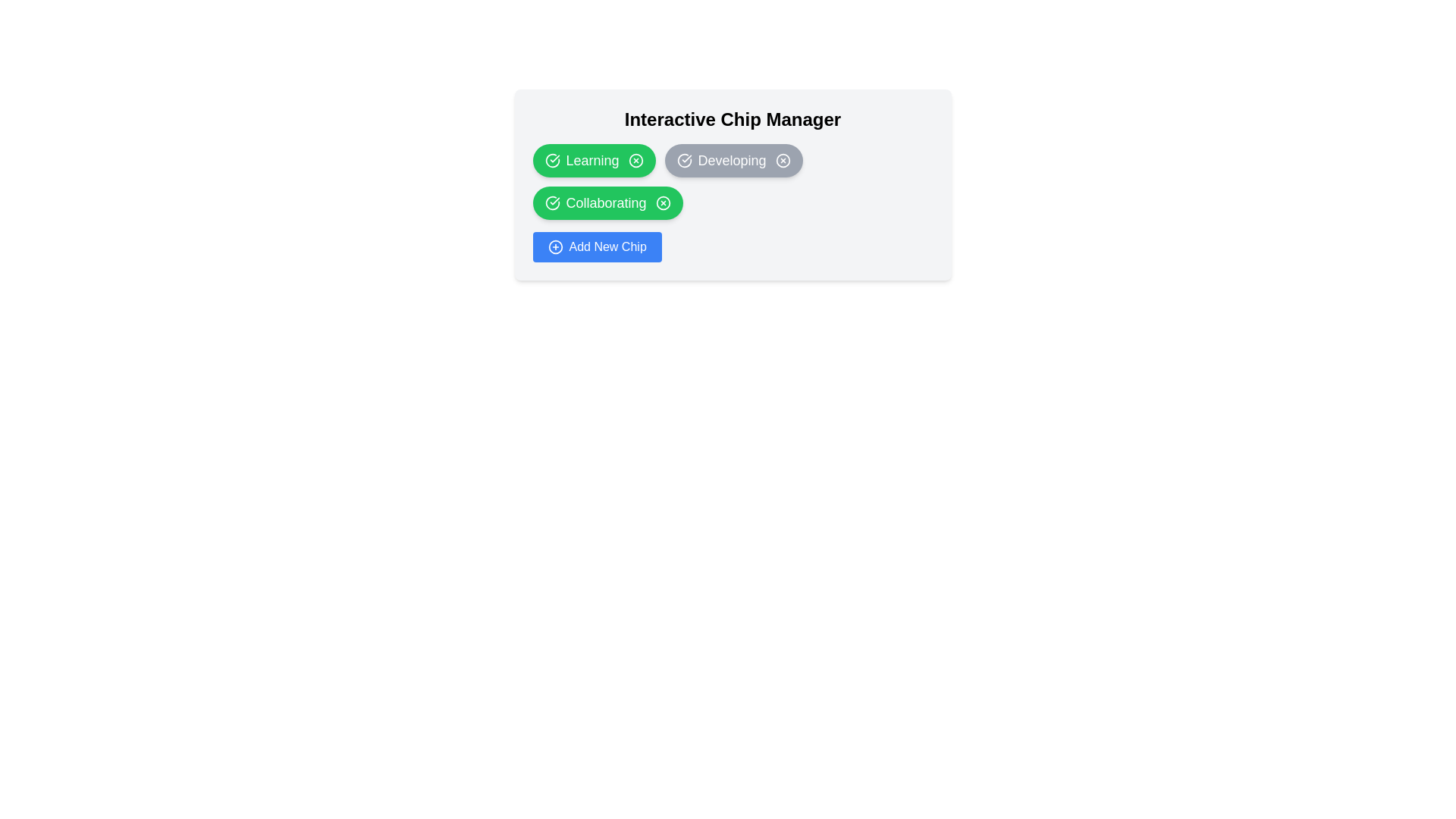 This screenshot has width=1456, height=819. What do you see at coordinates (554, 246) in the screenshot?
I see `the decorative circular SVG element that serves as the background for the plus icon in the 'Add New Chip' button` at bounding box center [554, 246].